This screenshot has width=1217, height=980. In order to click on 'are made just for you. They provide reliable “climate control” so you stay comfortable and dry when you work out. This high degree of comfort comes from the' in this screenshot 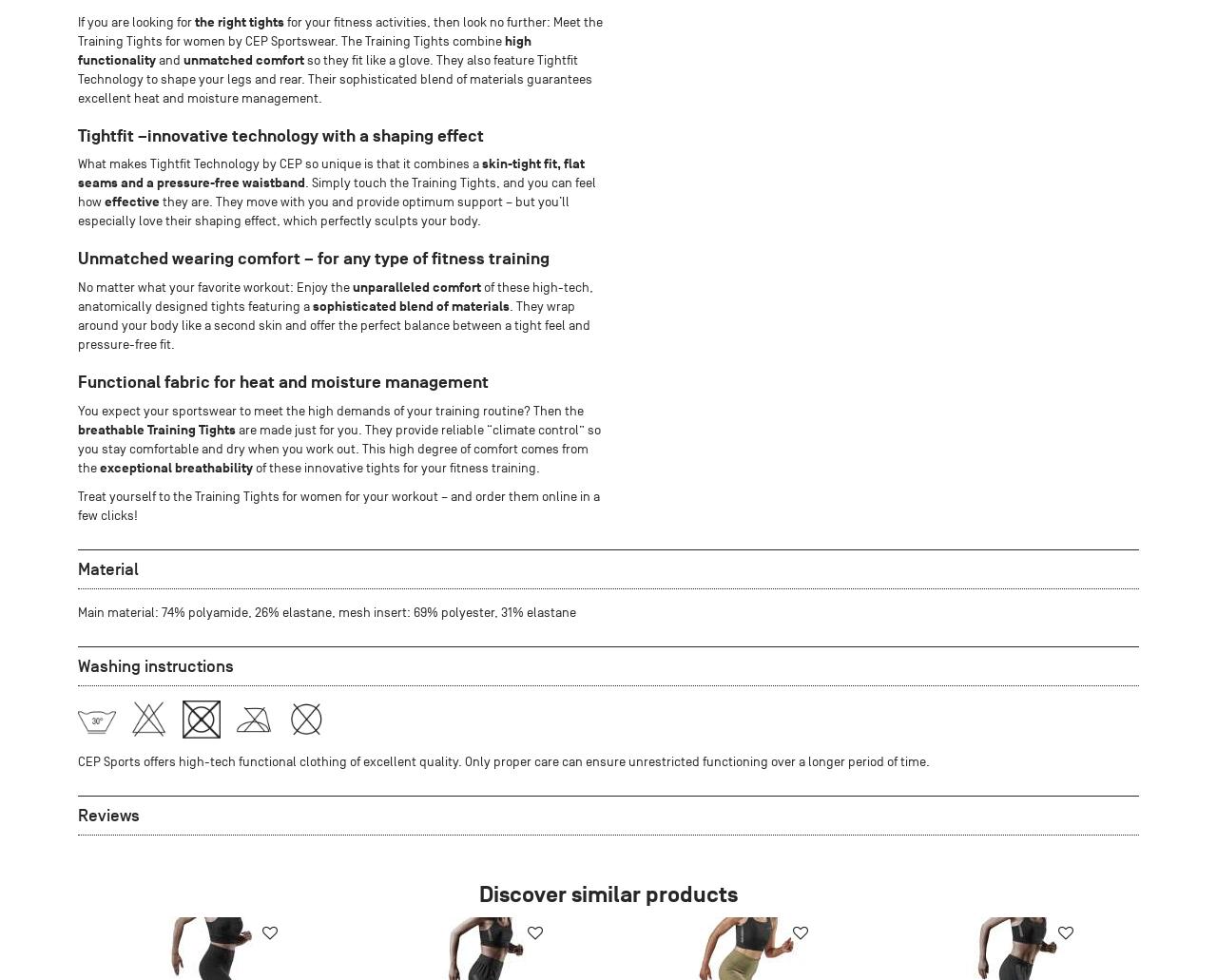, I will do `click(338, 449)`.